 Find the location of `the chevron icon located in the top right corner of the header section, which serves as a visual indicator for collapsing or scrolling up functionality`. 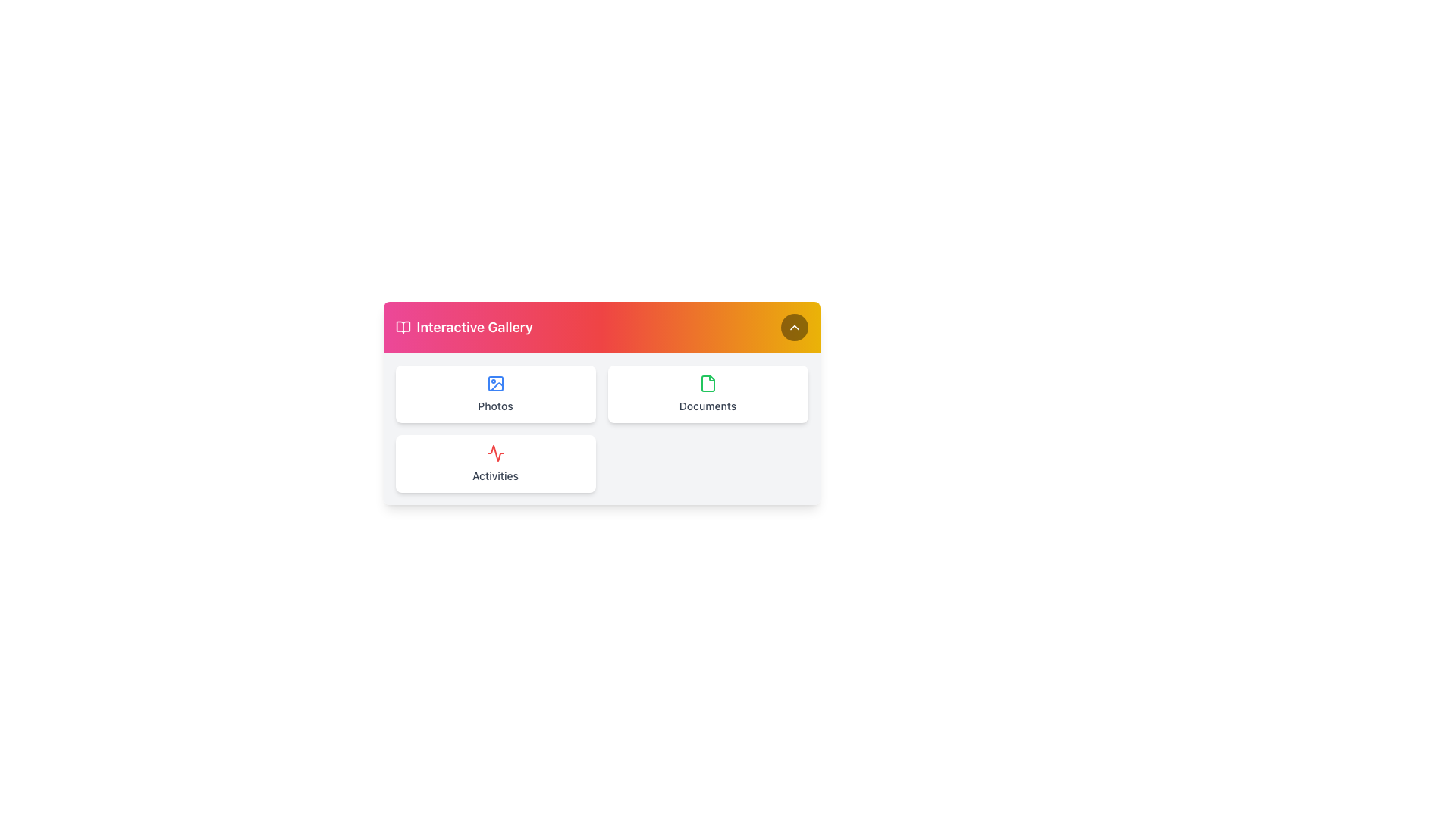

the chevron icon located in the top right corner of the header section, which serves as a visual indicator for collapsing or scrolling up functionality is located at coordinates (793, 327).